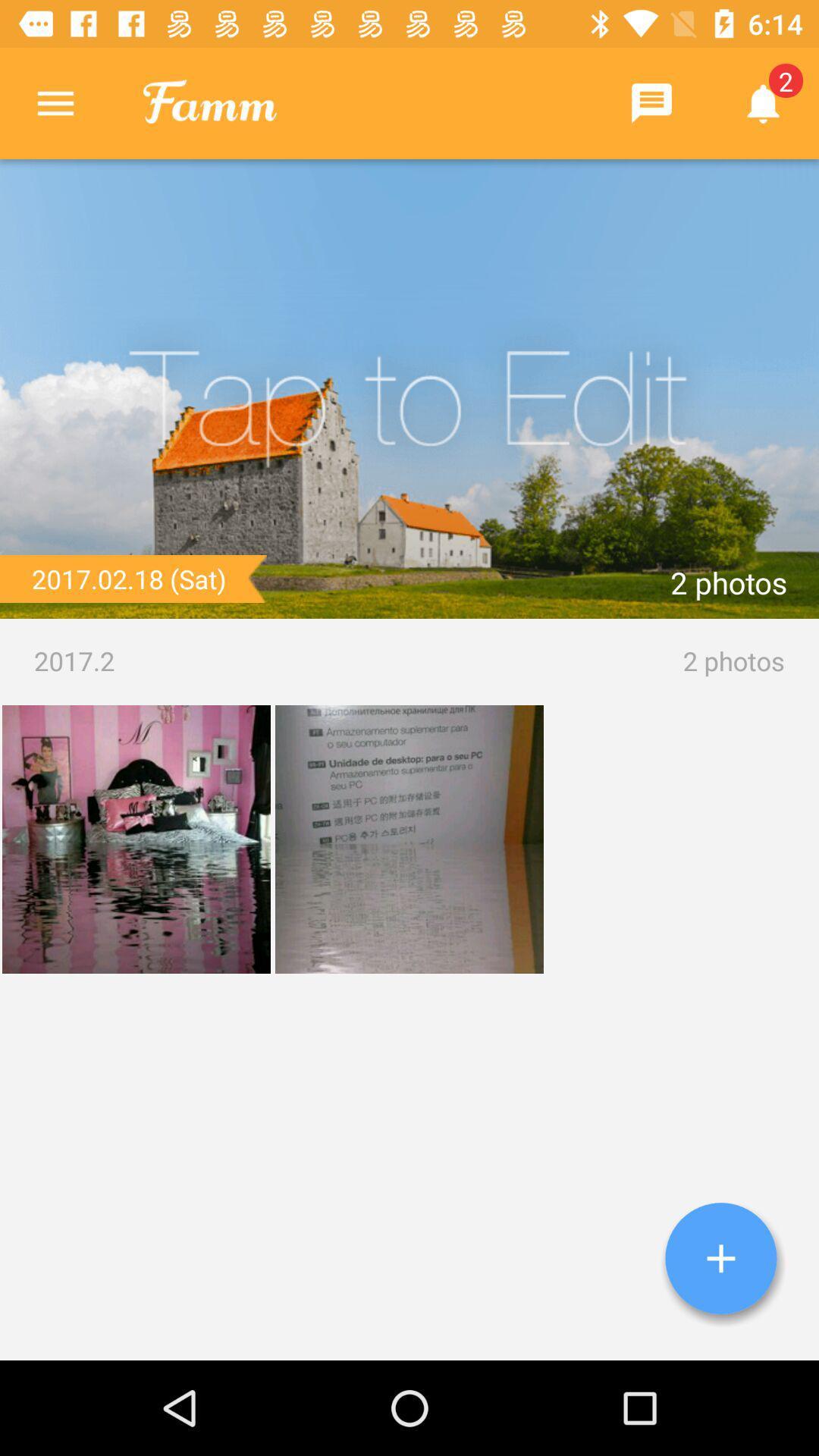  What do you see at coordinates (720, 1258) in the screenshot?
I see `more photos` at bounding box center [720, 1258].